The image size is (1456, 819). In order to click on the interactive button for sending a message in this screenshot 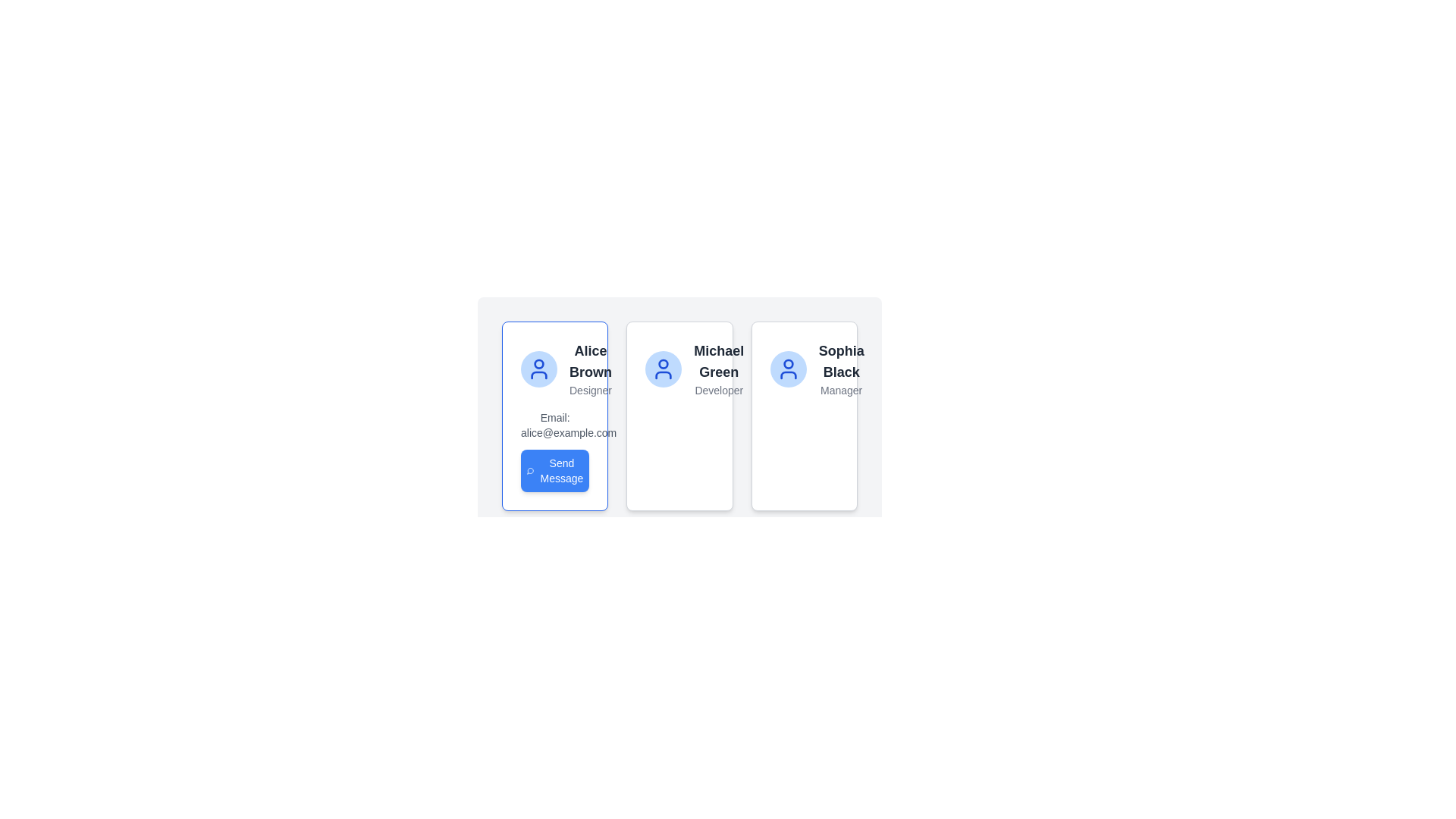, I will do `click(554, 450)`.